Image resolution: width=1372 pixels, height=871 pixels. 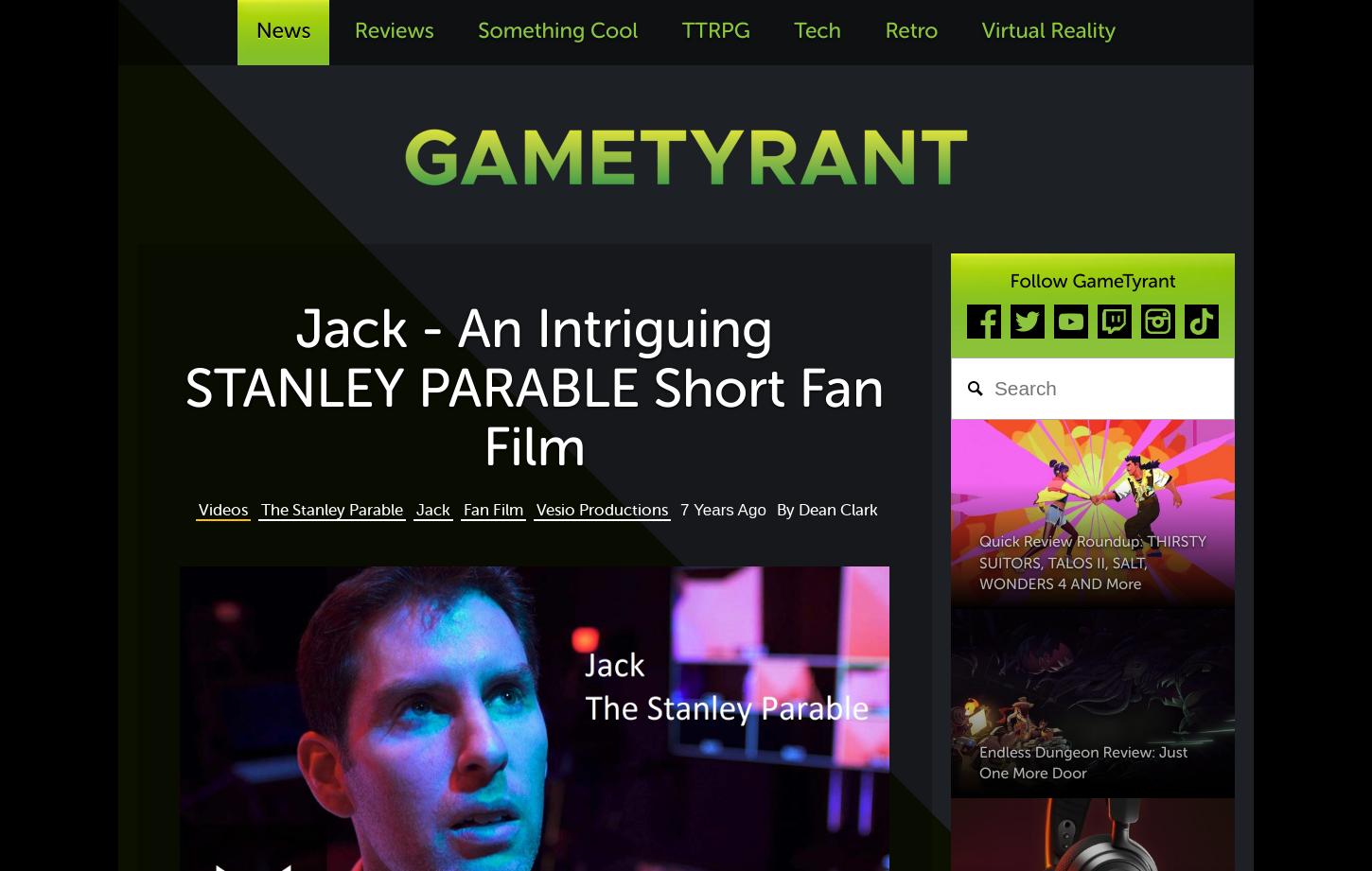 What do you see at coordinates (1091, 279) in the screenshot?
I see `'Follow GameTyrant'` at bounding box center [1091, 279].